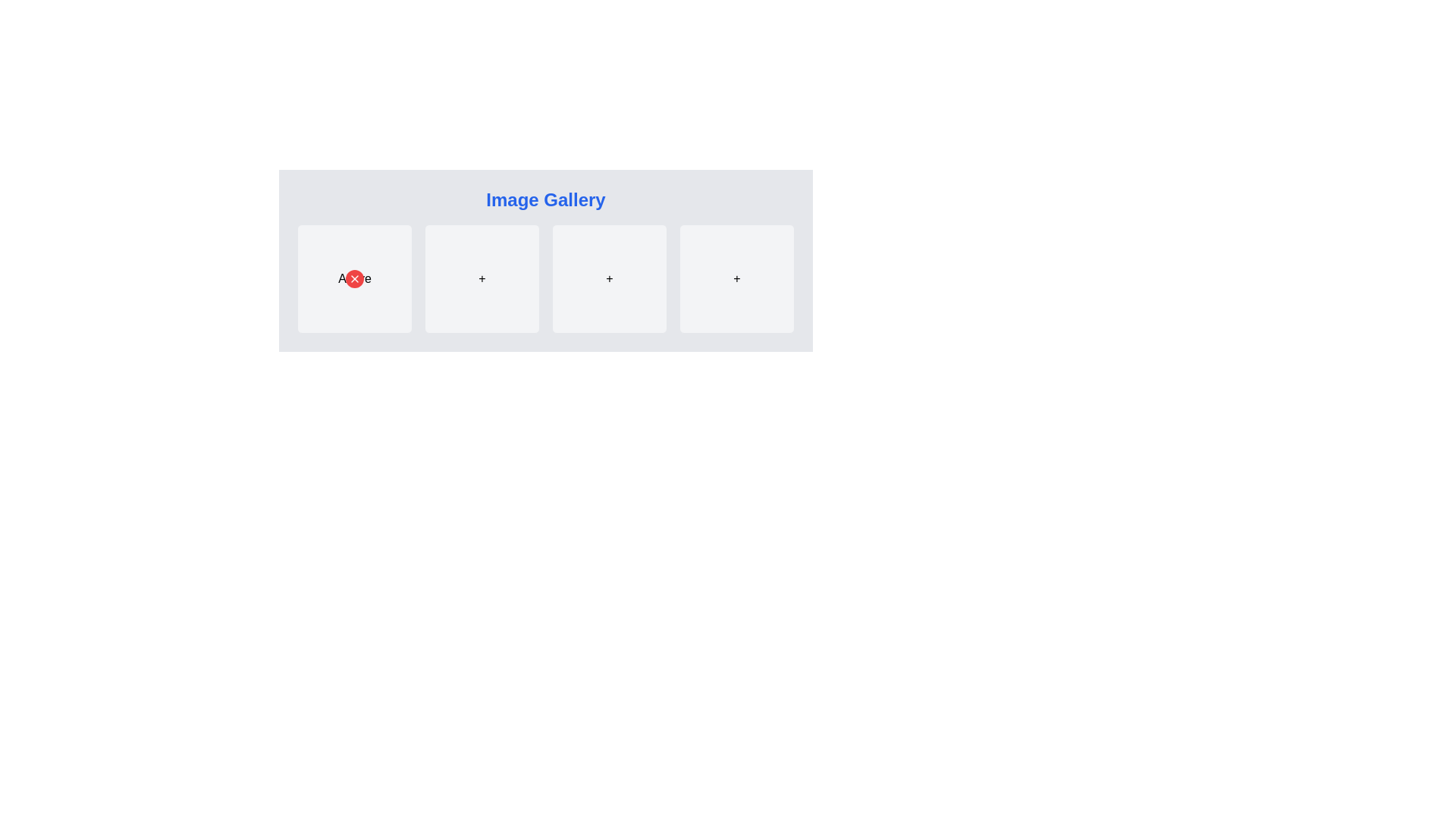 The width and height of the screenshot is (1456, 819). I want to click on the close button located at the top-right corner of the 'Active' card, so click(353, 278).